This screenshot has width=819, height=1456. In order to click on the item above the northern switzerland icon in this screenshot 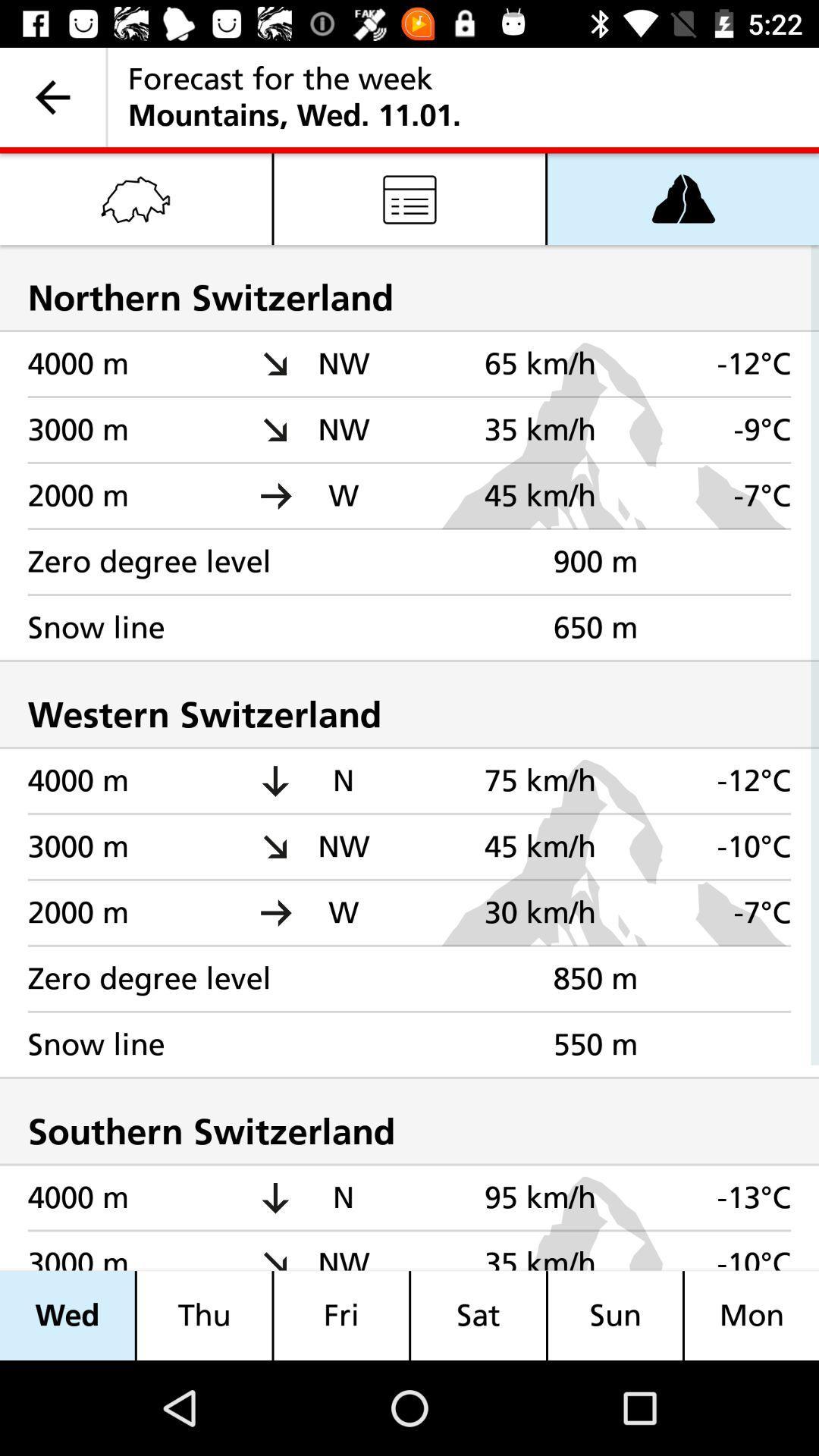, I will do `click(135, 198)`.